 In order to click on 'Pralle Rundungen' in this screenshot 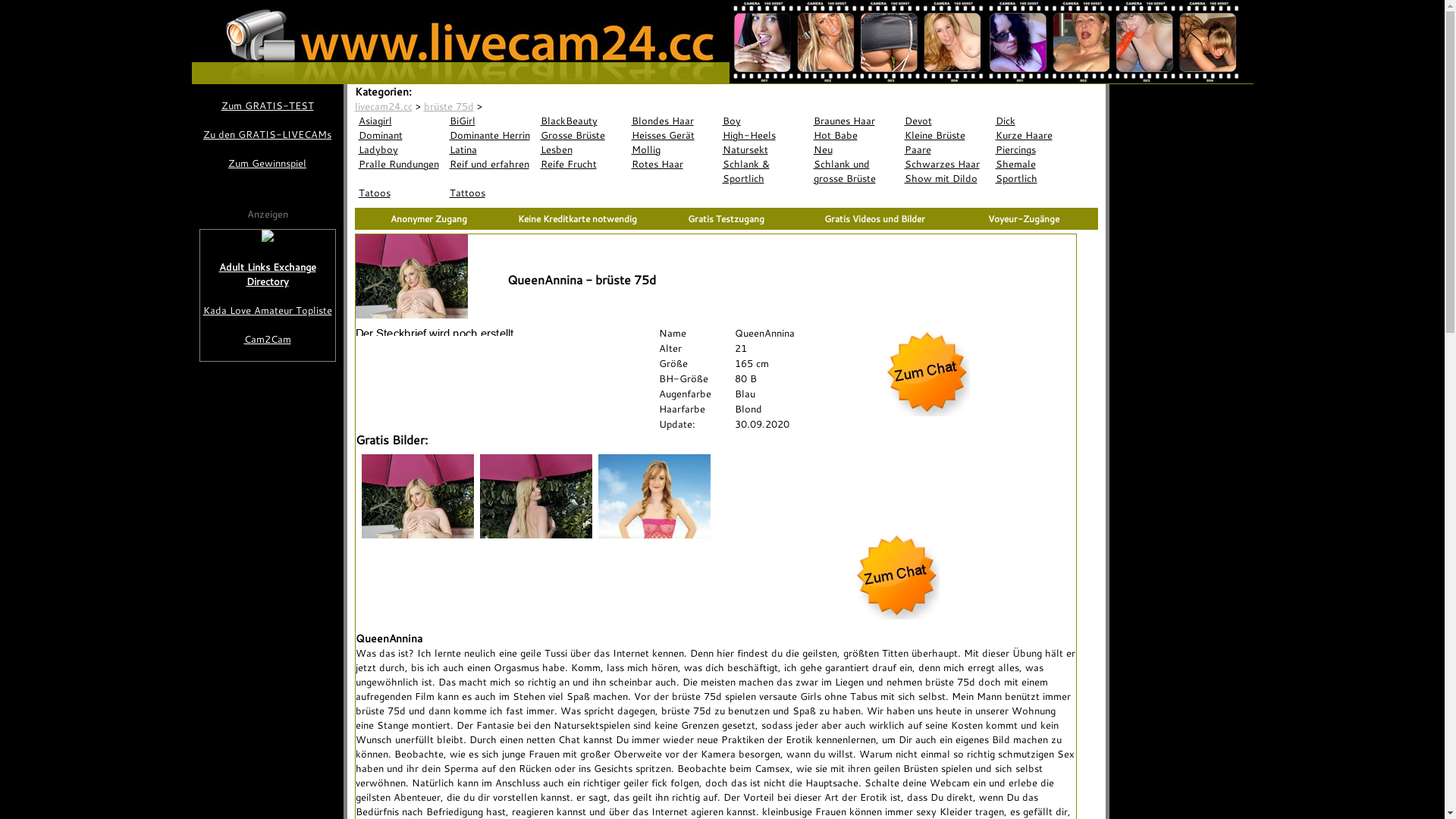, I will do `click(400, 164)`.